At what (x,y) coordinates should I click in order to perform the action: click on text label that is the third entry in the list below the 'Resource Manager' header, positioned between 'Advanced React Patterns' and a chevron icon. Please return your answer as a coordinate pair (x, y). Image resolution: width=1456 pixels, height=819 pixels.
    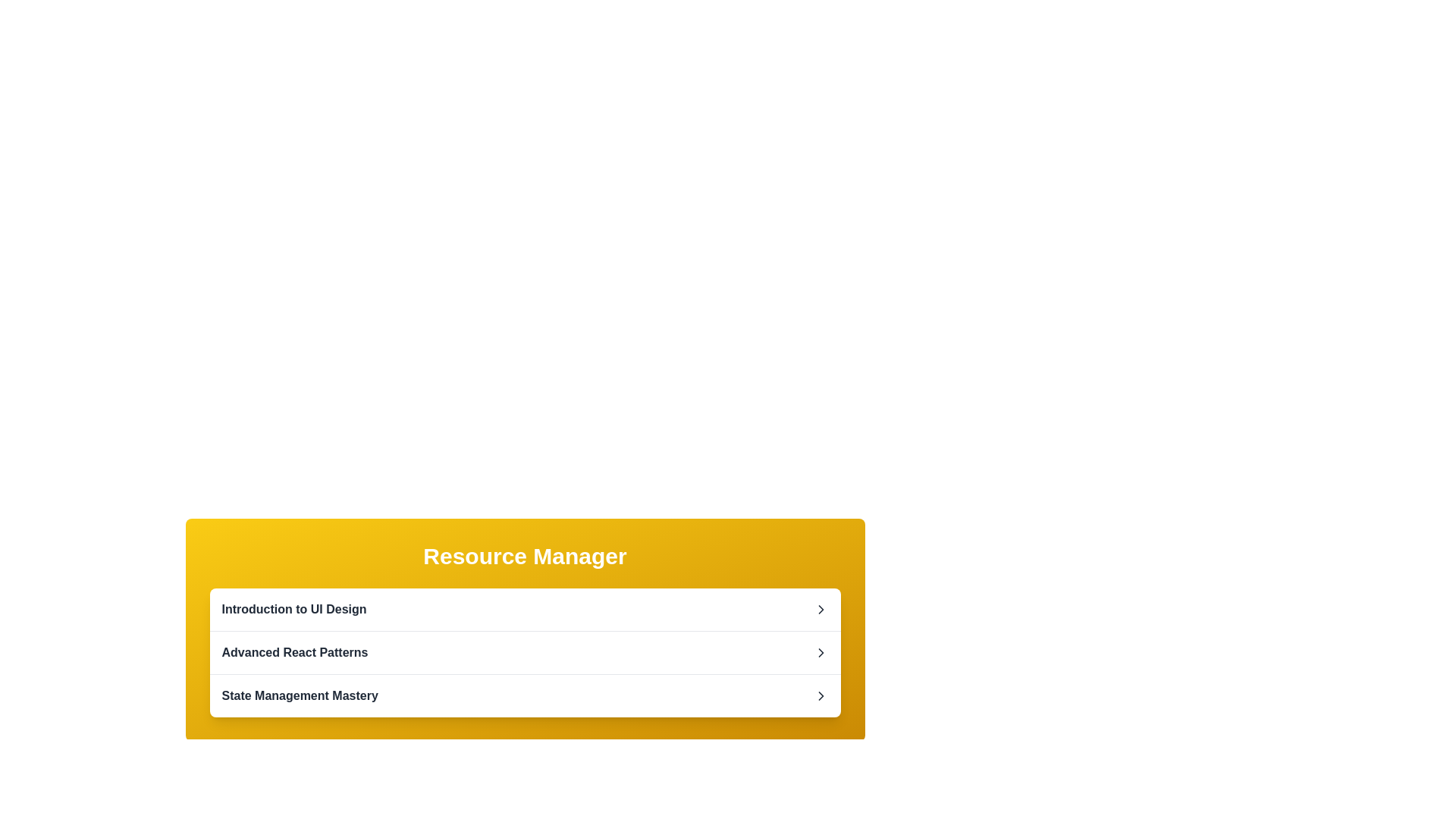
    Looking at the image, I should click on (300, 696).